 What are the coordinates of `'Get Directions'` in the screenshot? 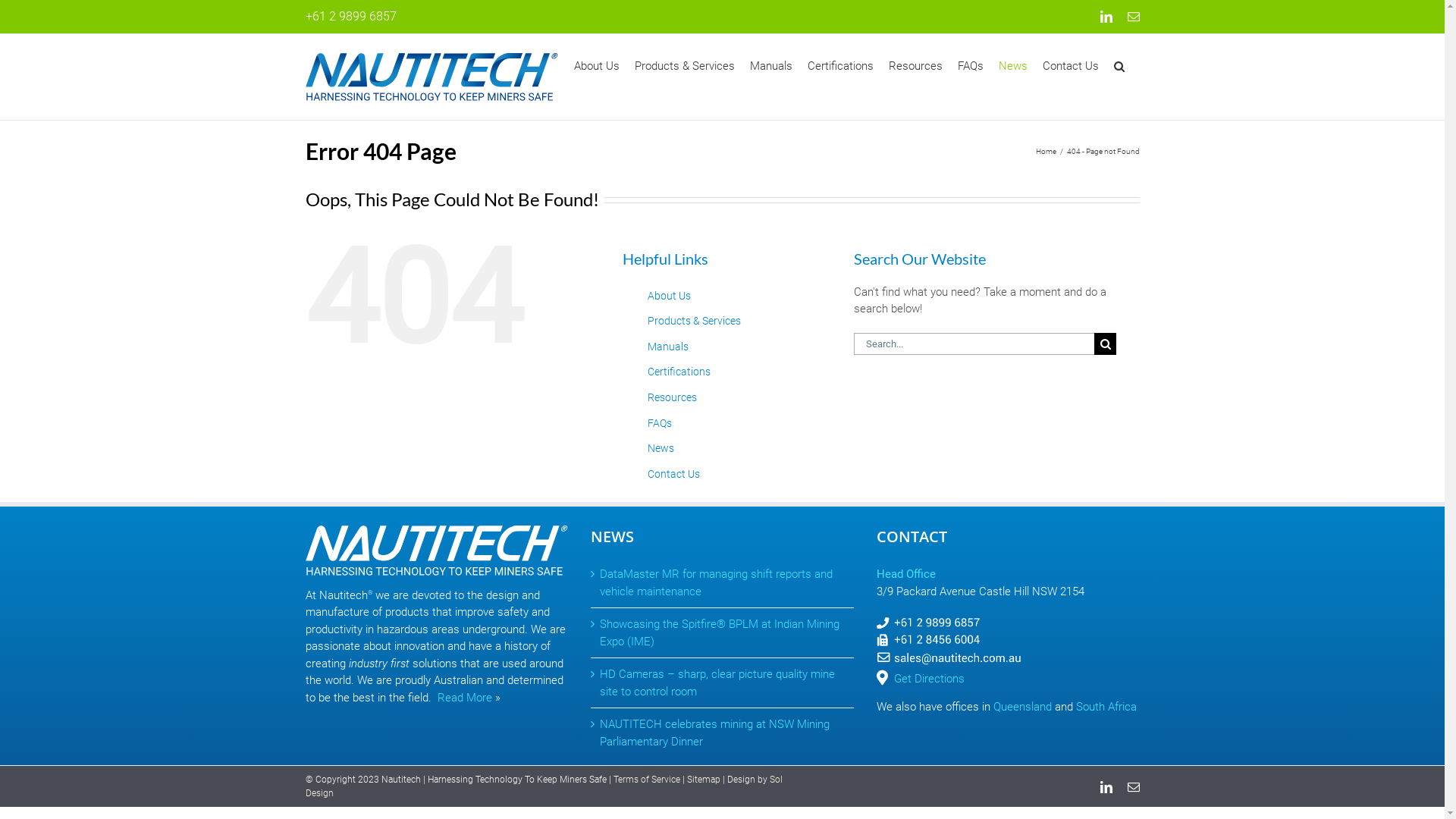 It's located at (928, 677).